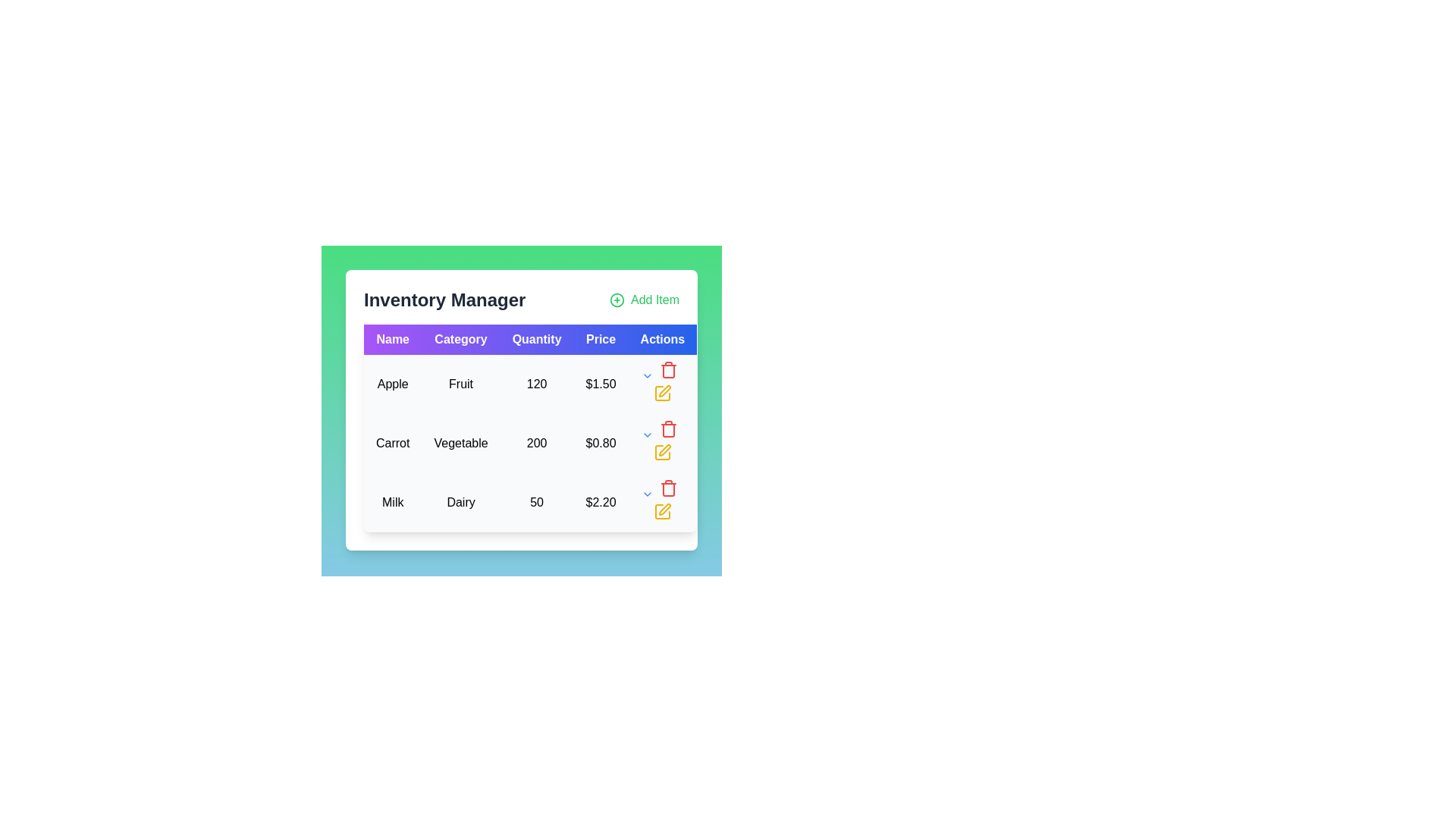 The width and height of the screenshot is (1456, 819). What do you see at coordinates (530, 444) in the screenshot?
I see `the second table row that displays an inventory record, located between the rows for 'Apple' and 'Milk'` at bounding box center [530, 444].